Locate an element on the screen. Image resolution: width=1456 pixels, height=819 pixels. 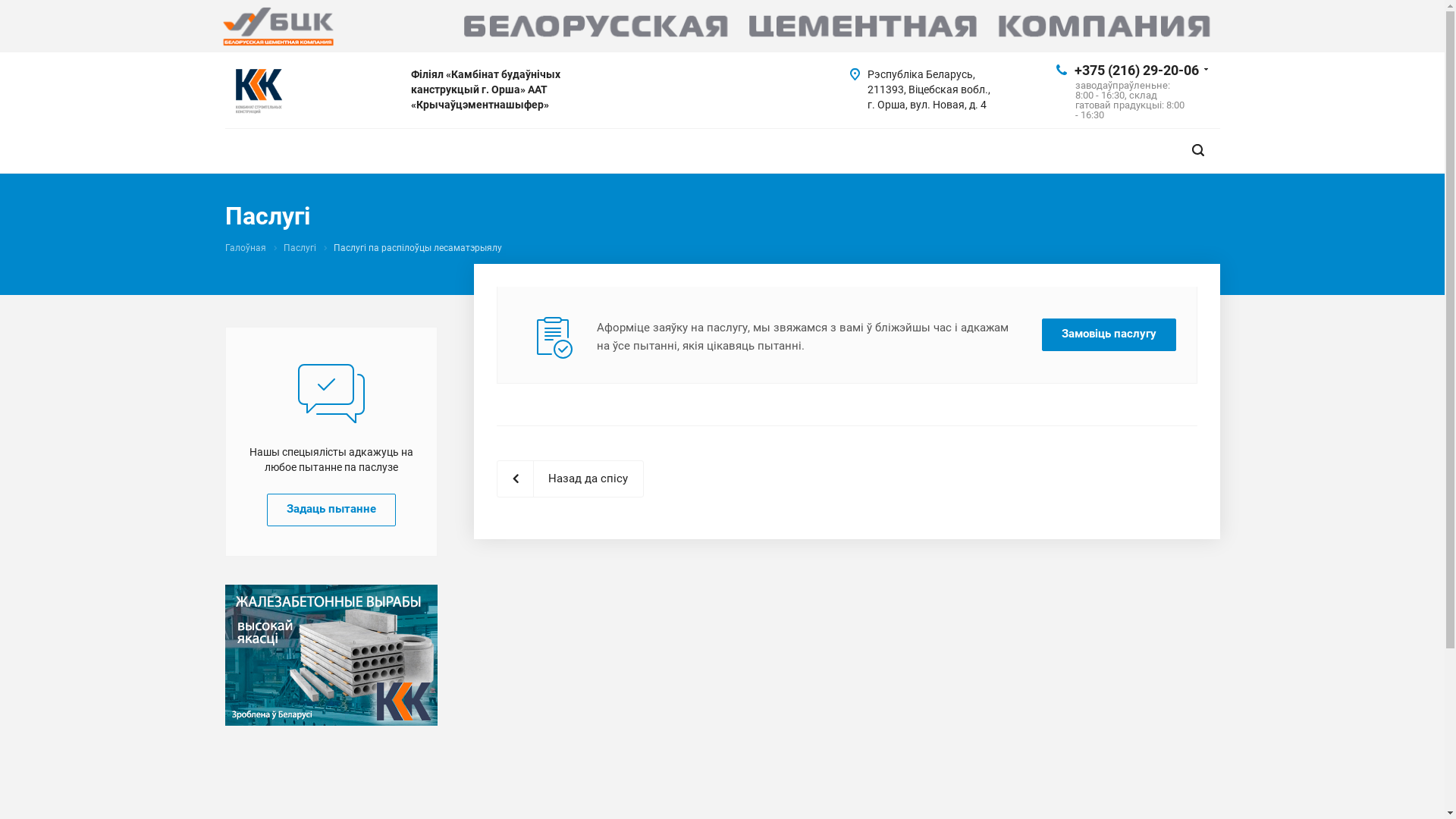
'+375 (216) 29-20-06' is located at coordinates (1135, 70).